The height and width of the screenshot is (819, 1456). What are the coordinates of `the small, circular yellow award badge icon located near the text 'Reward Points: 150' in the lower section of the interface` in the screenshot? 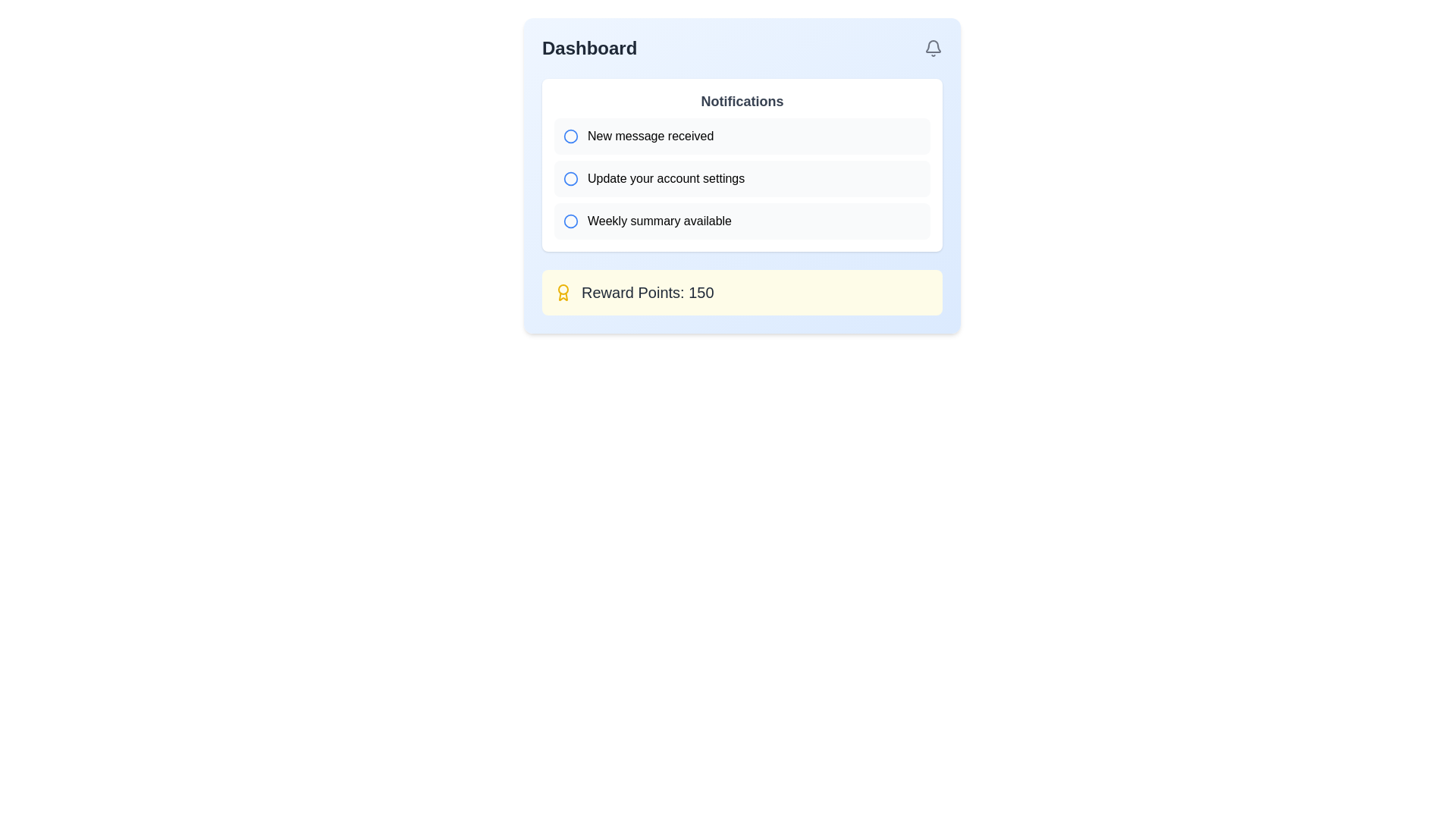 It's located at (563, 292).